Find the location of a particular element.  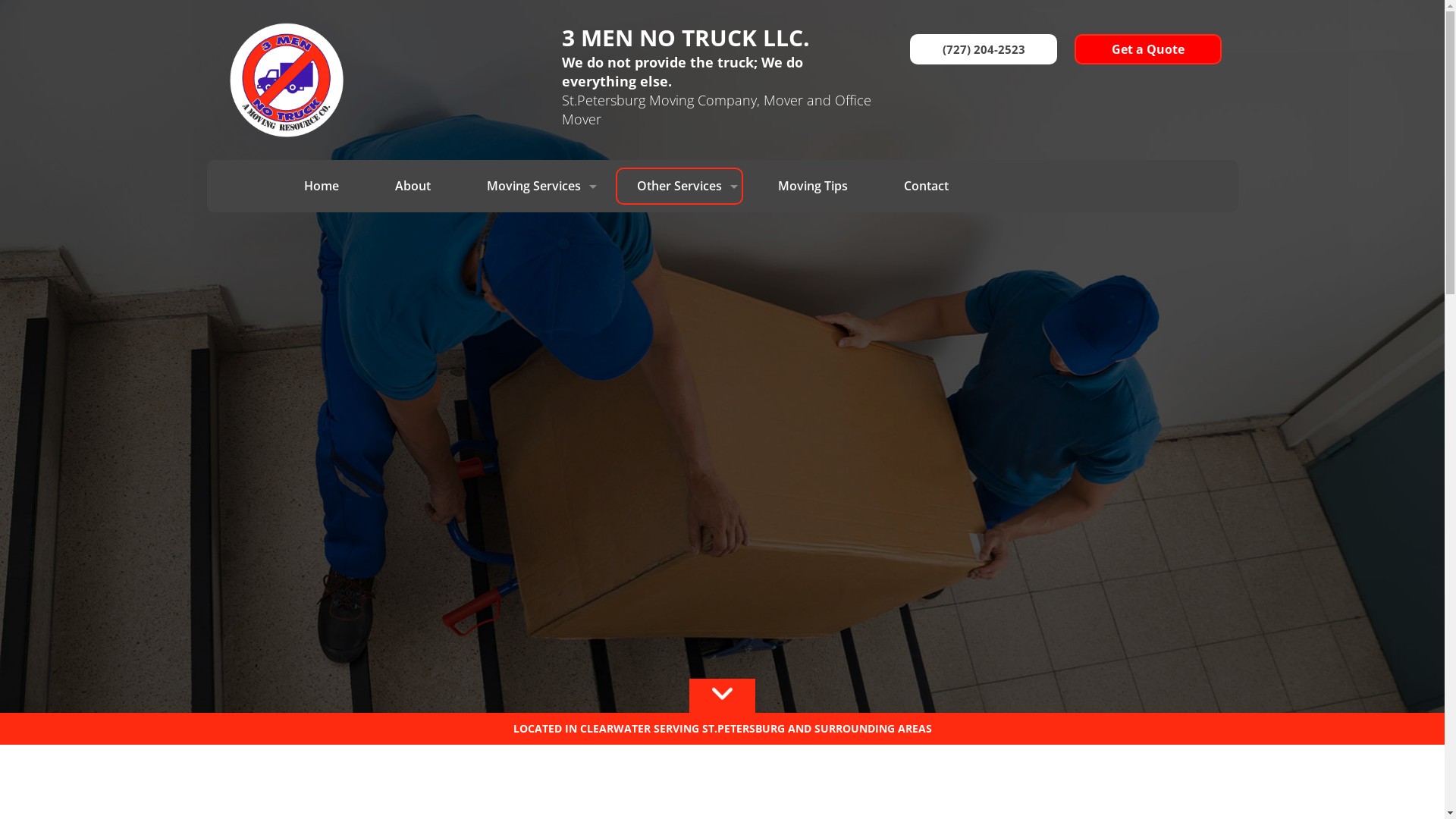

'Other Services' is located at coordinates (679, 185).